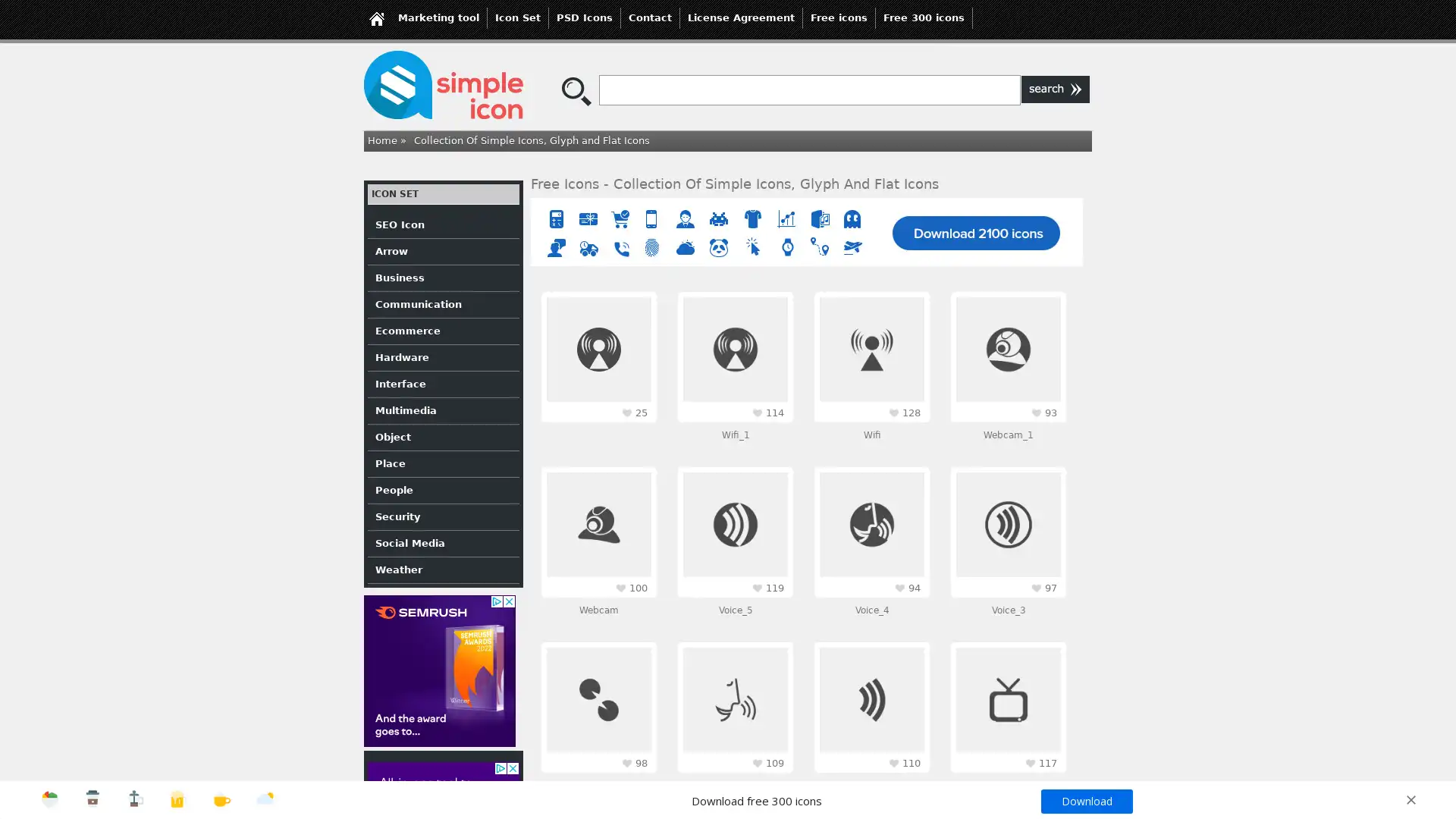  What do you see at coordinates (728, 500) in the screenshot?
I see `Download` at bounding box center [728, 500].